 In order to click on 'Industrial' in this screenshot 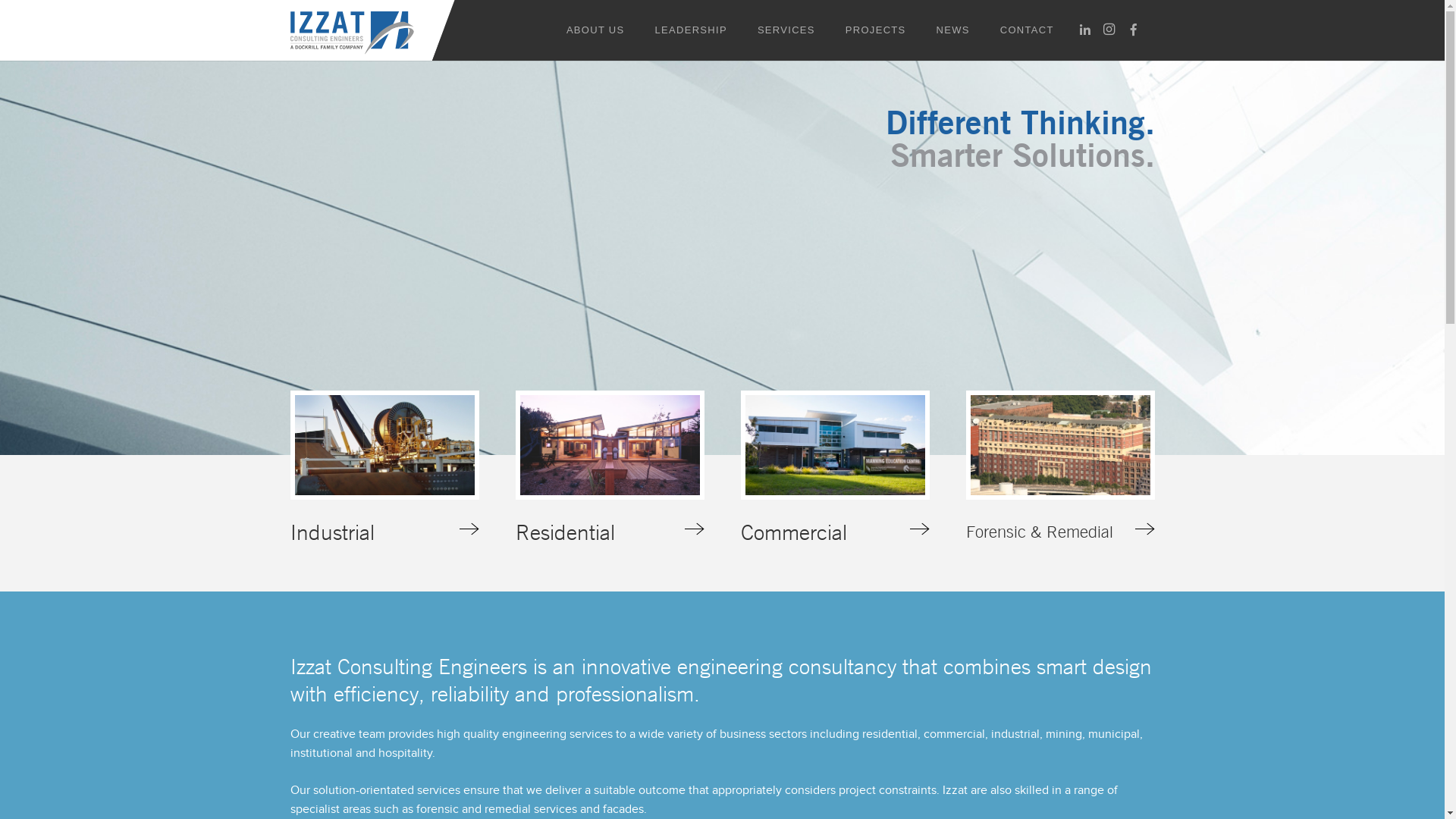, I will do `click(290, 467)`.